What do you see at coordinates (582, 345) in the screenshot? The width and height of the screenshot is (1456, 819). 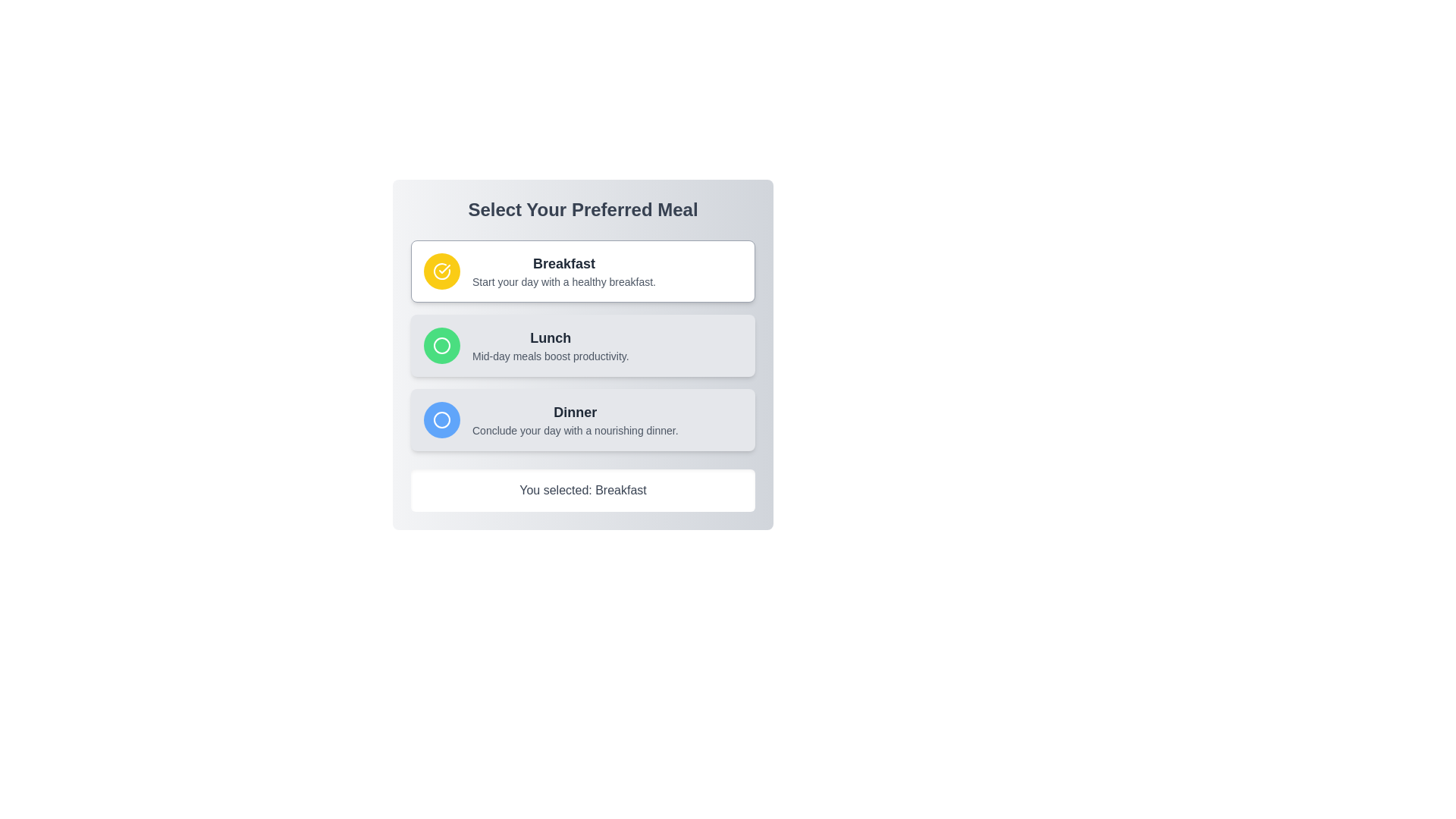 I see `the 'Lunch' selectable list item in the meal selection interface` at bounding box center [582, 345].